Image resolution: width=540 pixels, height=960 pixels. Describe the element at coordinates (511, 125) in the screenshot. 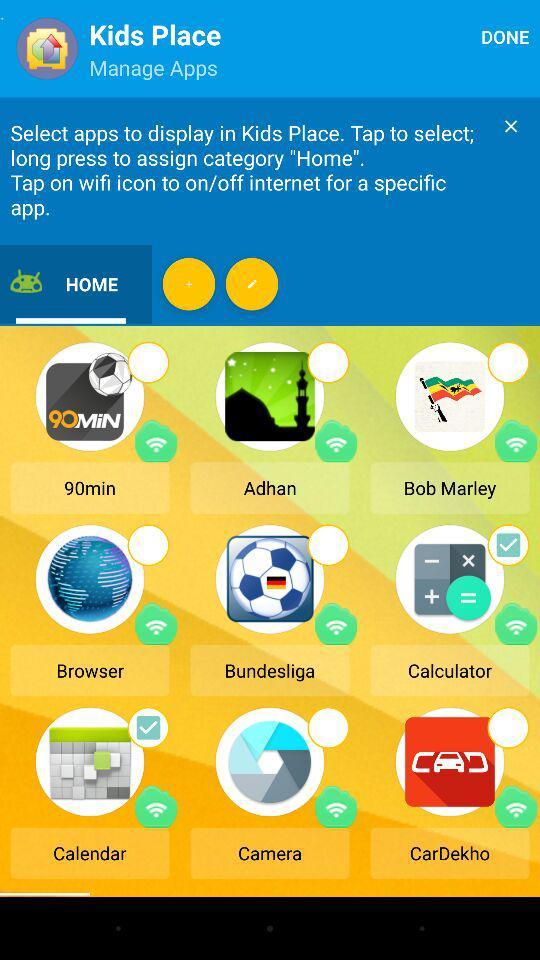

I see `message` at that location.